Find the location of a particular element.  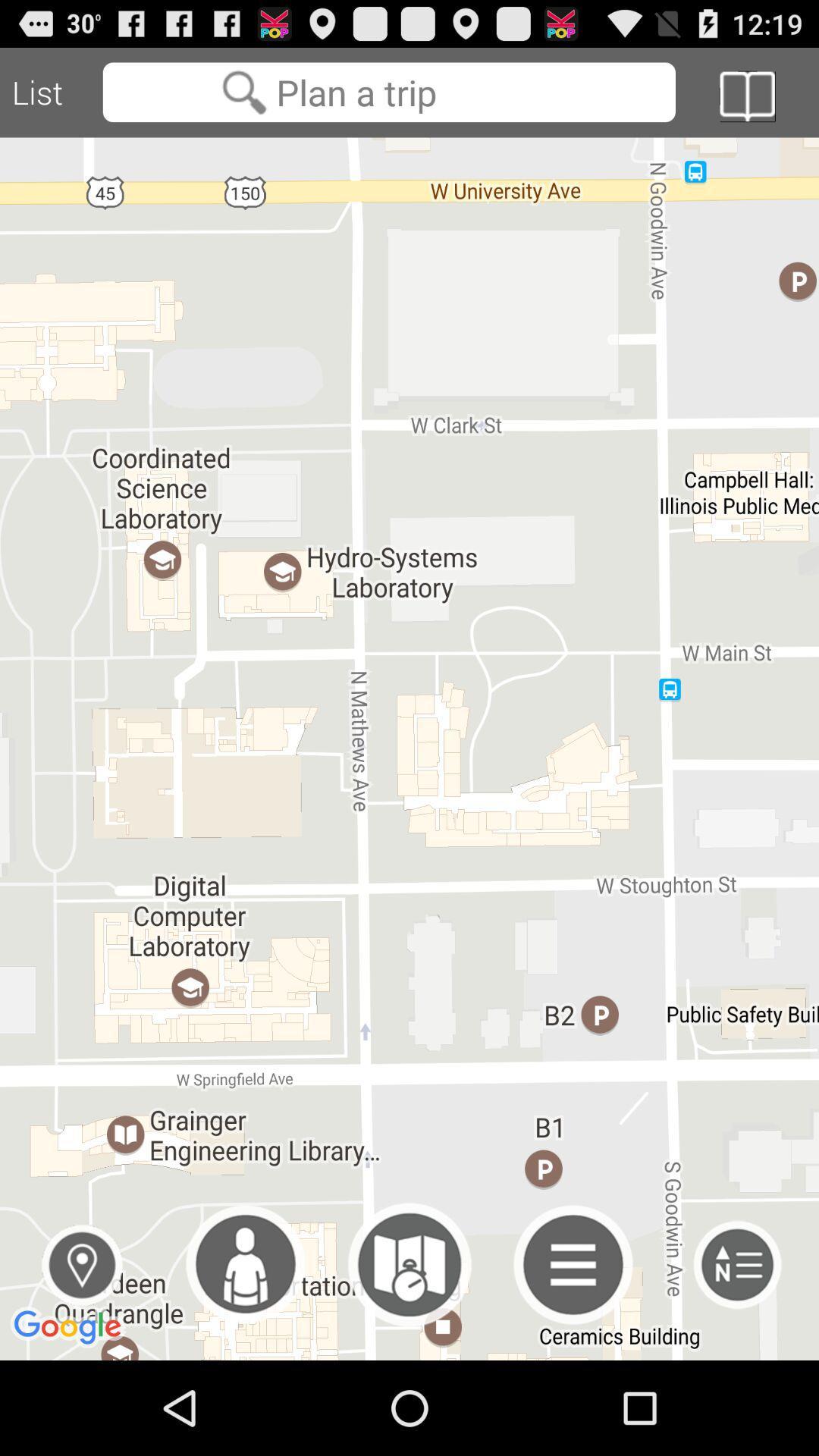

the app at the top left corner is located at coordinates (50, 92).